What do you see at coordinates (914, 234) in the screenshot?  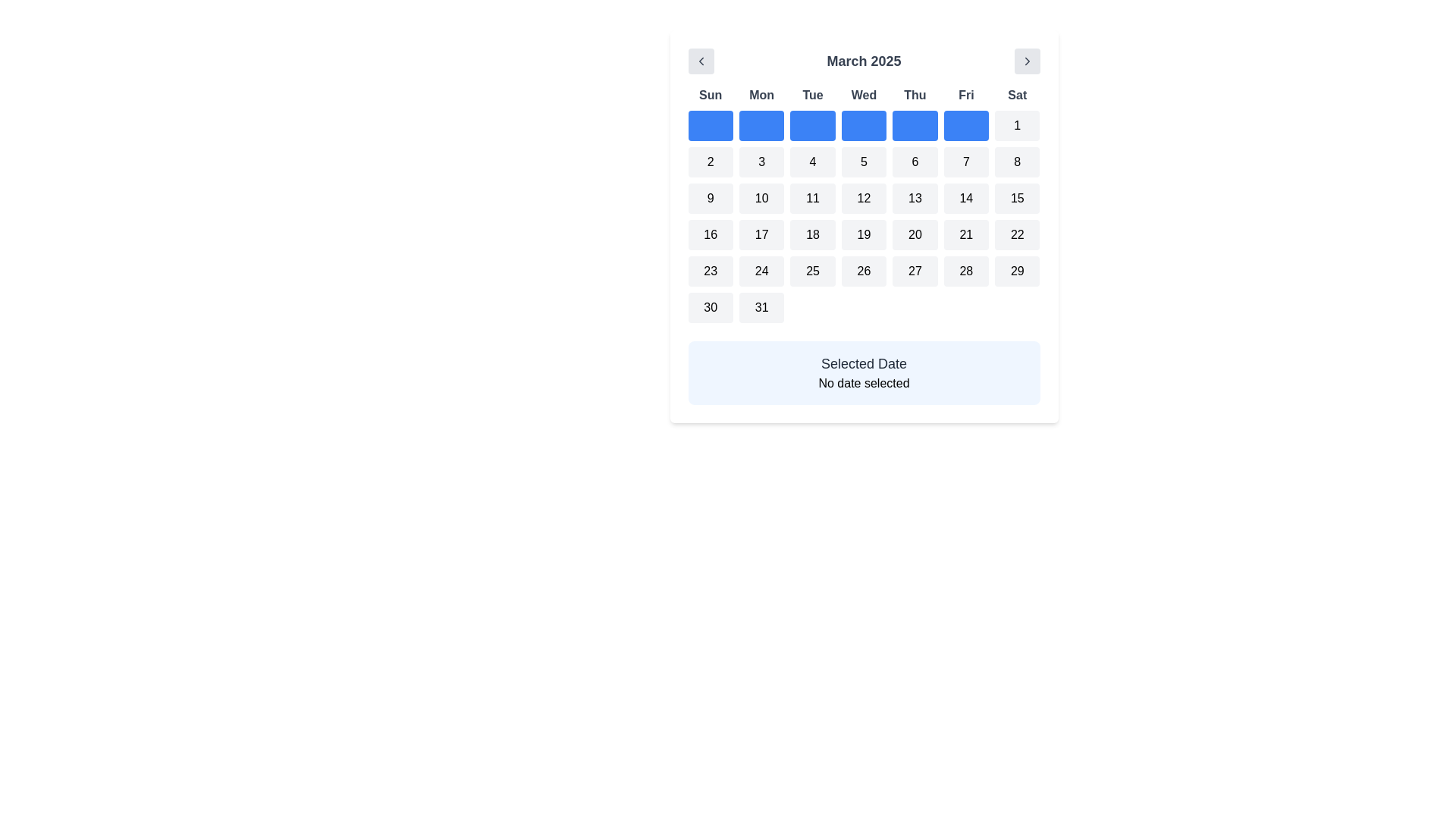 I see `the Button representing the 20th day of the month in the calendar grid layout` at bounding box center [914, 234].